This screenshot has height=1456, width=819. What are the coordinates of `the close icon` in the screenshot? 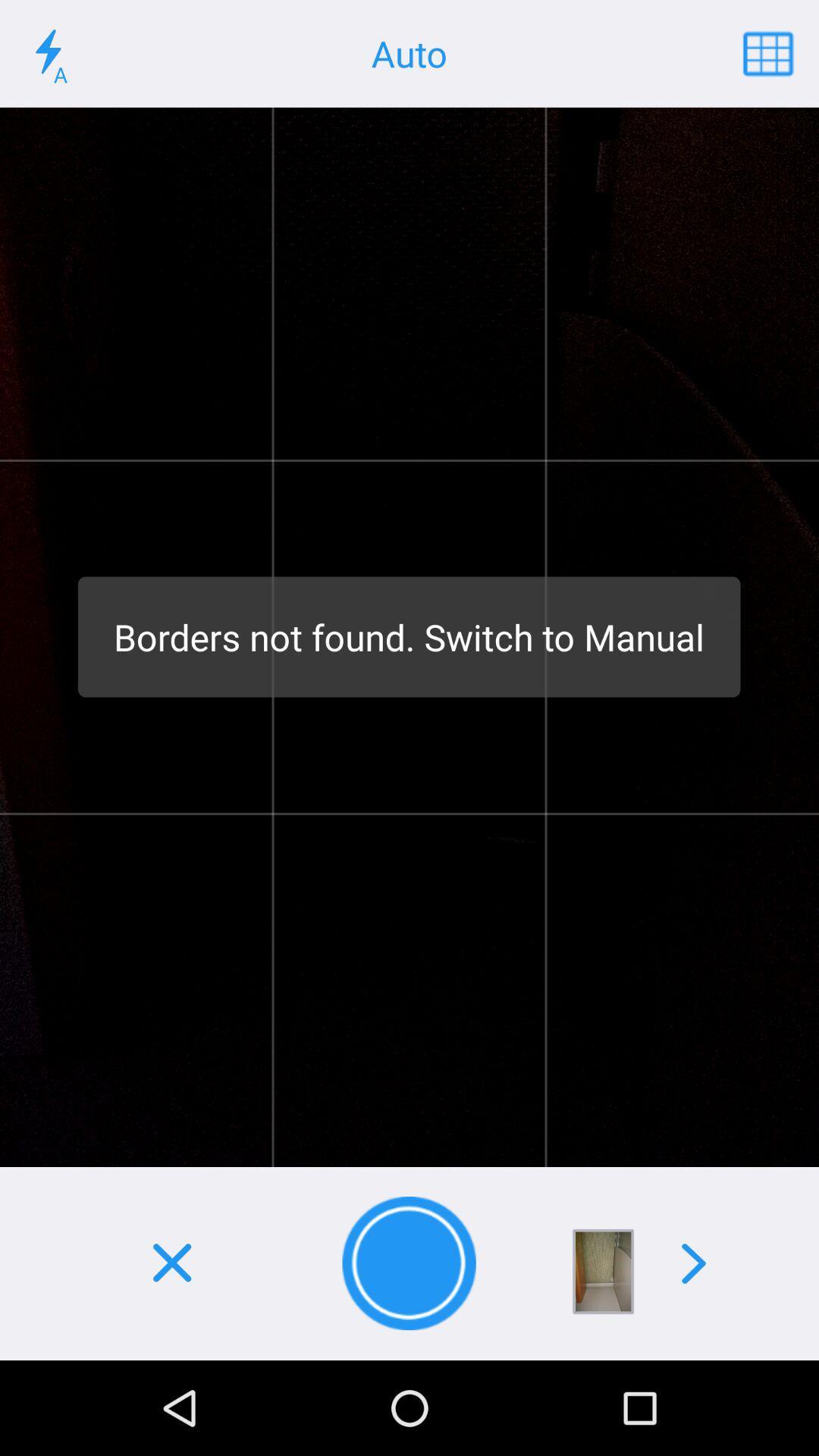 It's located at (171, 1263).